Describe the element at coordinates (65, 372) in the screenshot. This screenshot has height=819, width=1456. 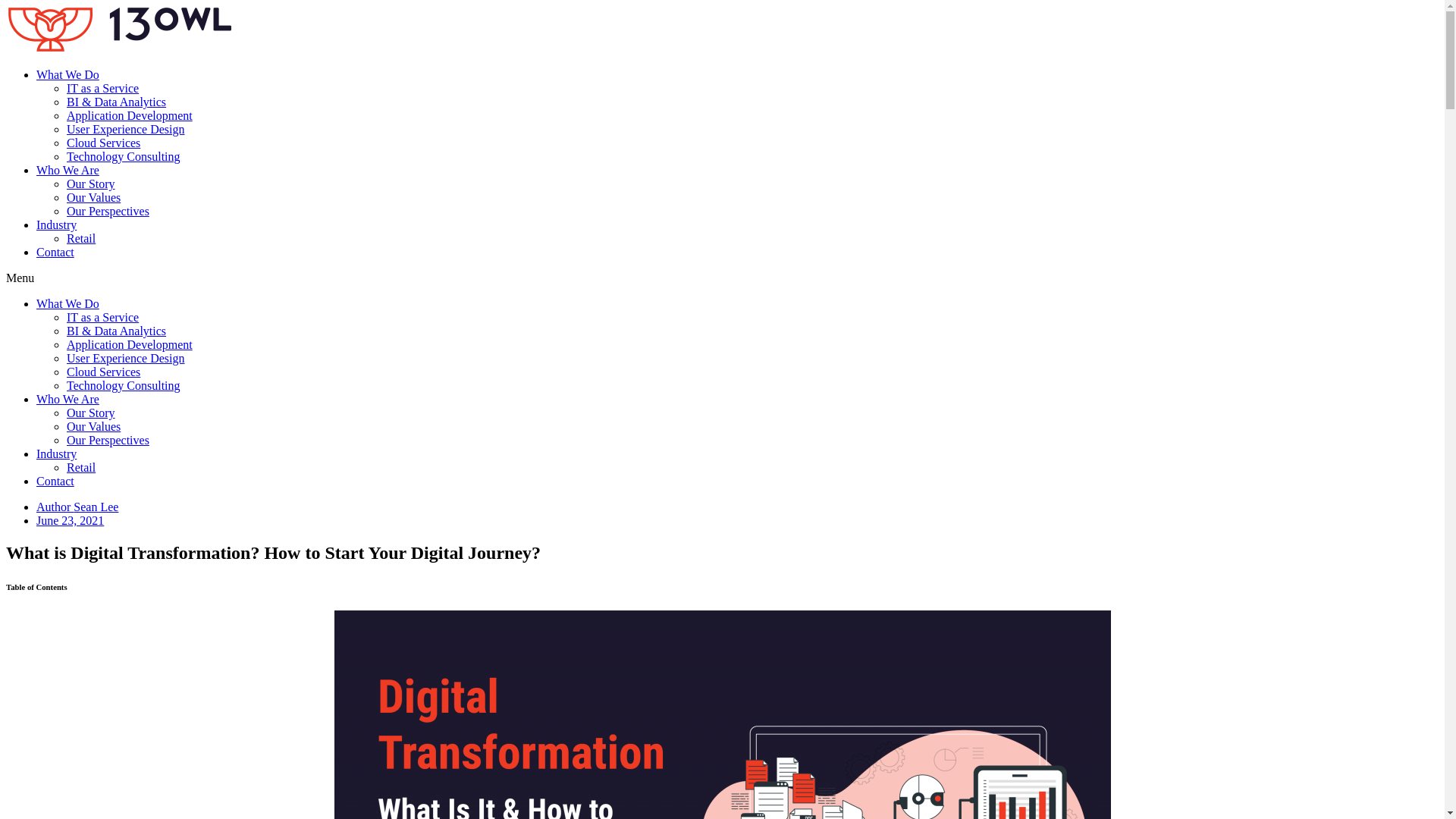
I see `'Cloud Services'` at that location.